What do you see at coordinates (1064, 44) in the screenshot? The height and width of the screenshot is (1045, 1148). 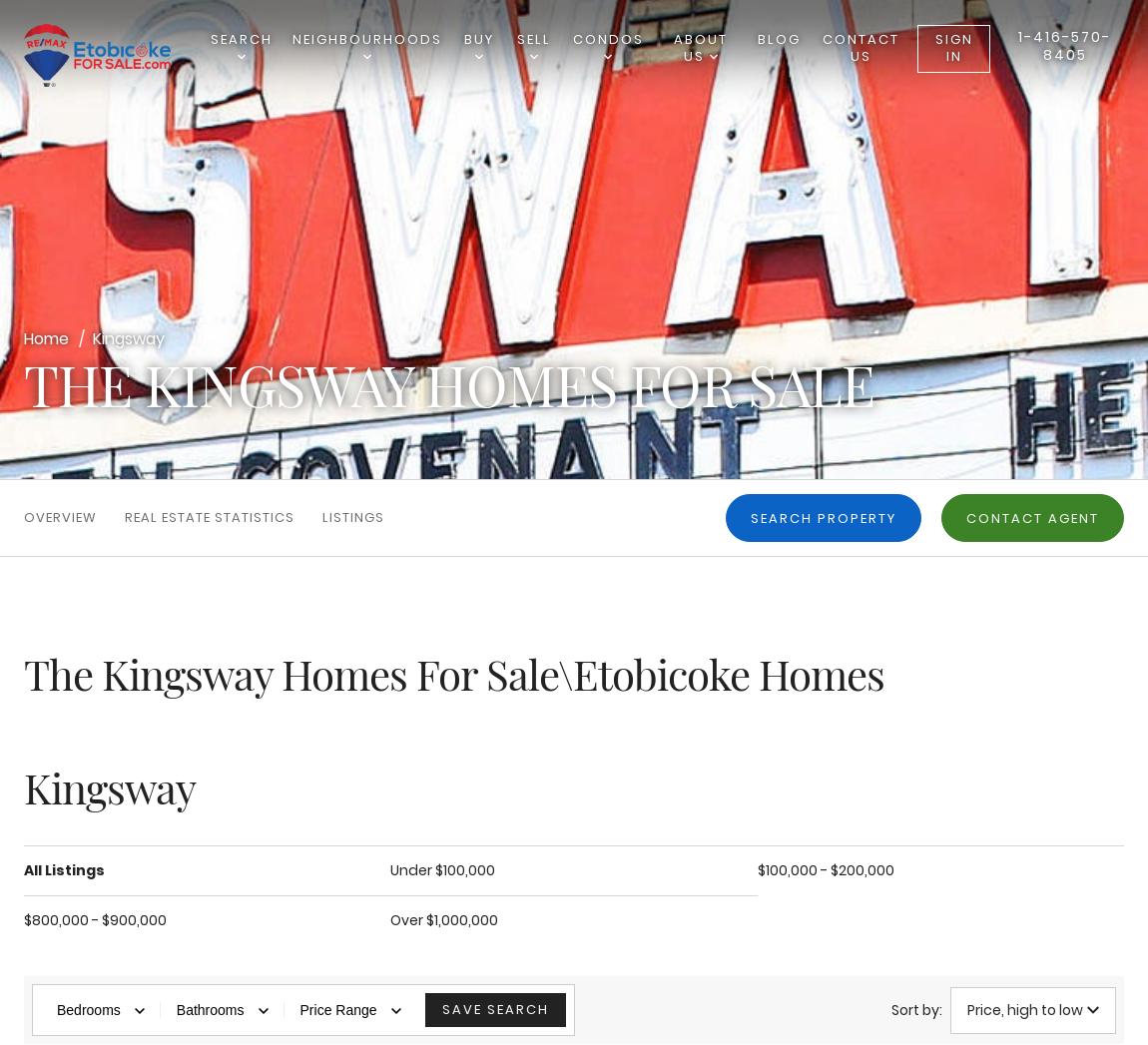 I see `'1-416-570-8405'` at bounding box center [1064, 44].